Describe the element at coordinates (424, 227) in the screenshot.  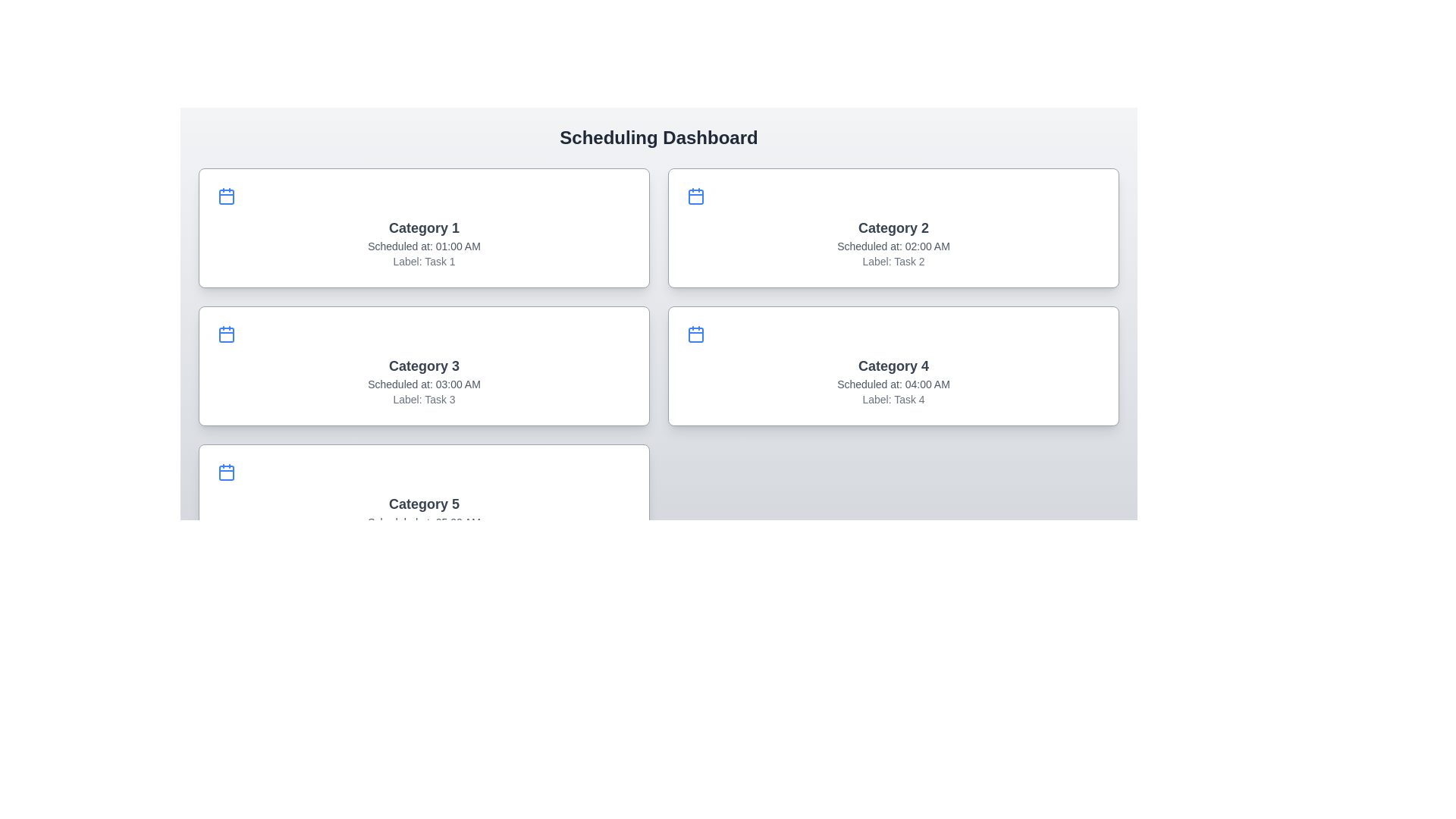
I see `the Text label located at the top-center of the first card in the left column of the grid layout` at that location.